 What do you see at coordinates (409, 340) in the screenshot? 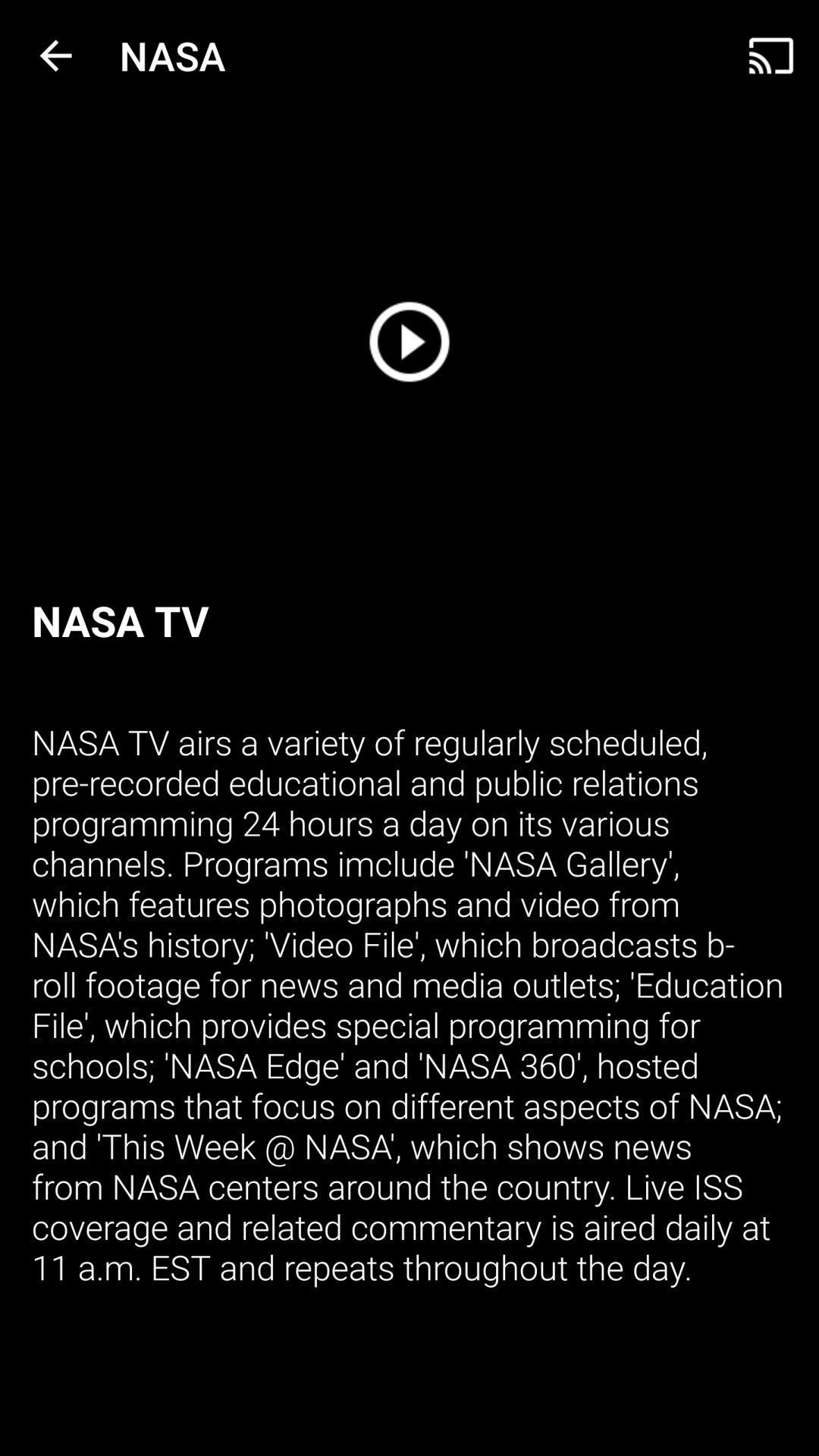
I see `the play icon` at bounding box center [409, 340].